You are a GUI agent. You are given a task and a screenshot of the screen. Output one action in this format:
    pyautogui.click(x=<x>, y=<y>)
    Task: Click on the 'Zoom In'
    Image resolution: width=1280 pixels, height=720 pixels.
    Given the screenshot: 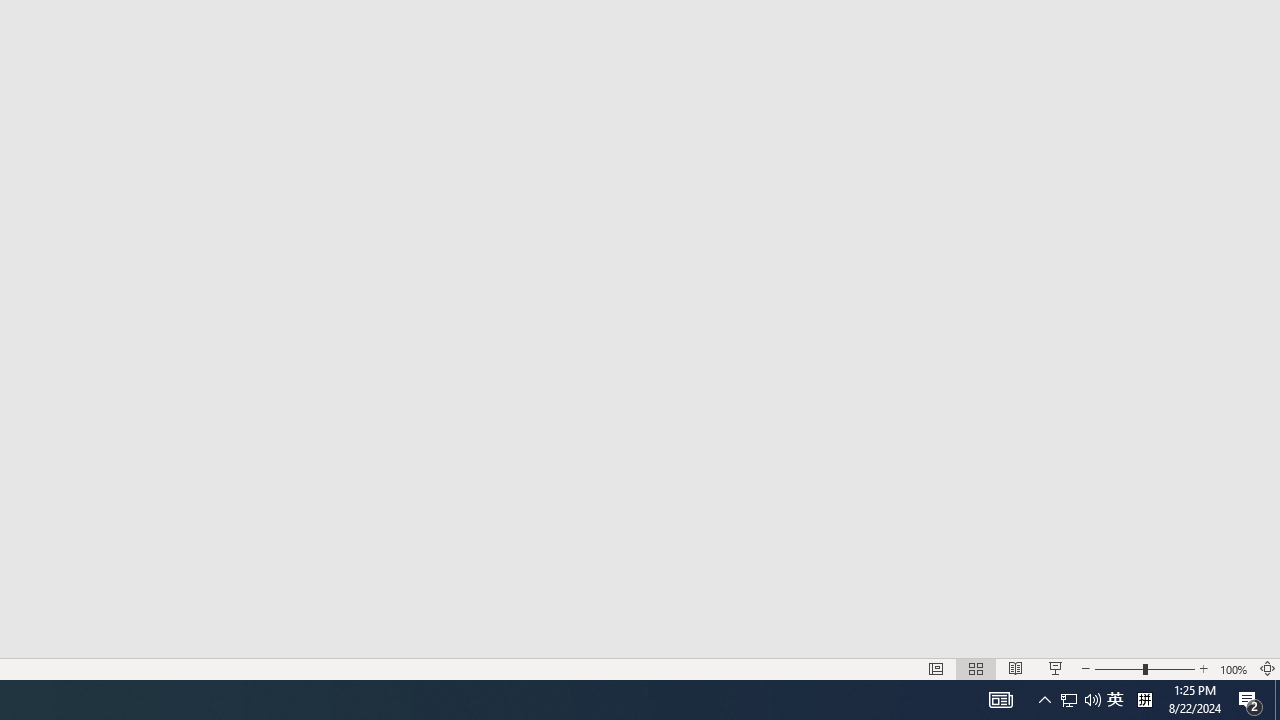 What is the action you would take?
    pyautogui.click(x=1203, y=669)
    